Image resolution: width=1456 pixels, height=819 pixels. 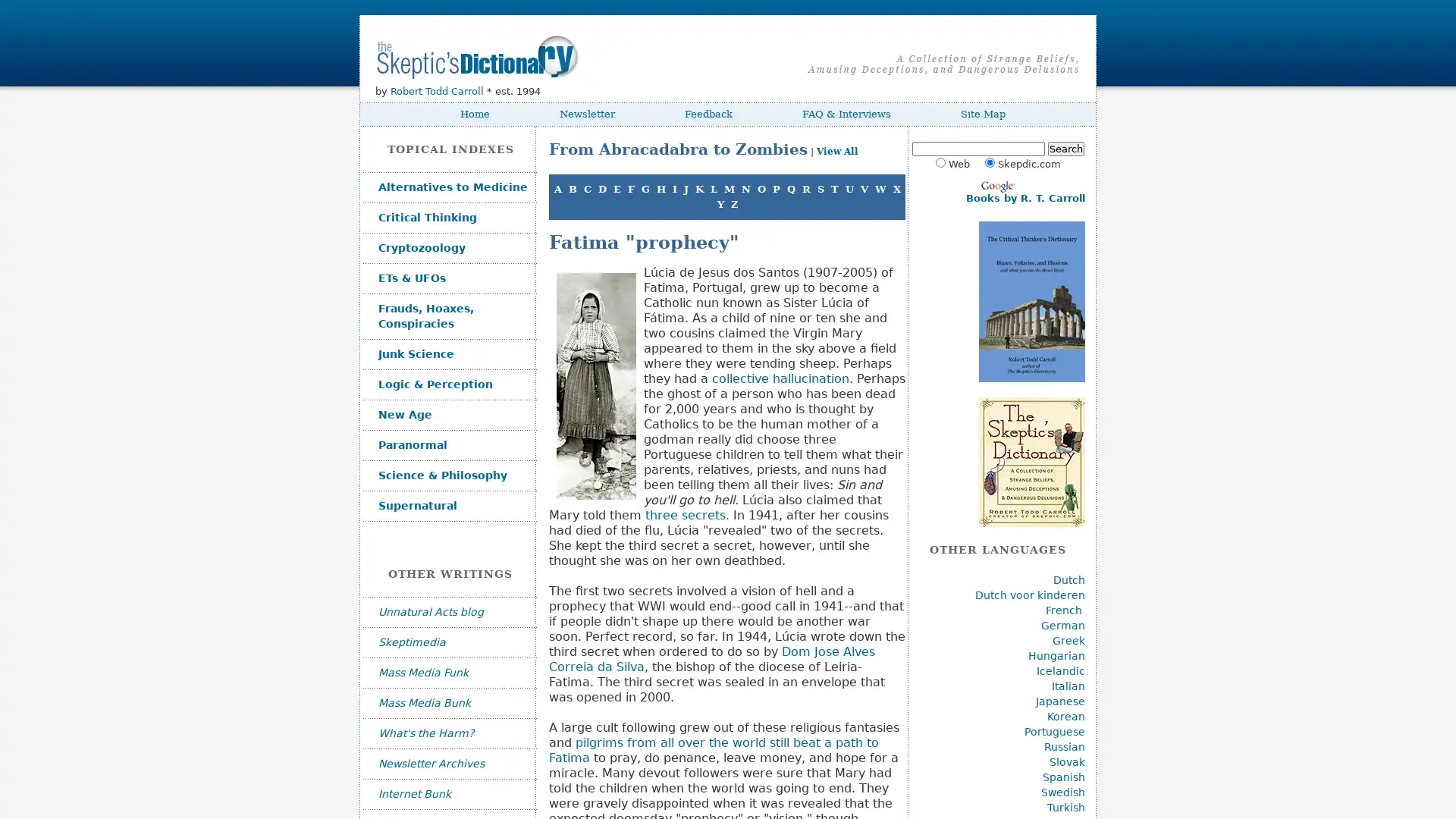 What do you see at coordinates (1065, 149) in the screenshot?
I see `Search` at bounding box center [1065, 149].